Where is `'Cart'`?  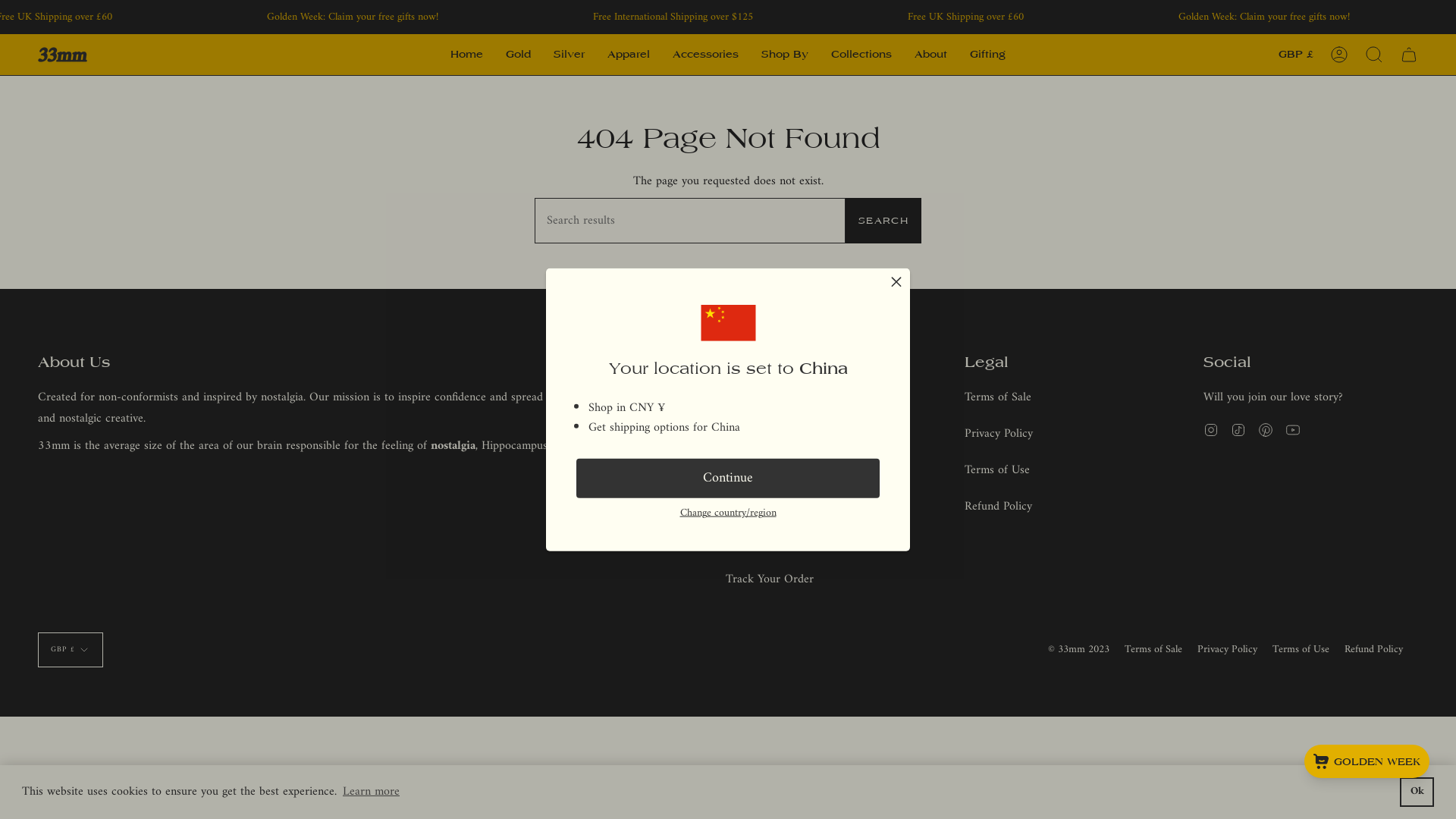
'Cart' is located at coordinates (1407, 54).